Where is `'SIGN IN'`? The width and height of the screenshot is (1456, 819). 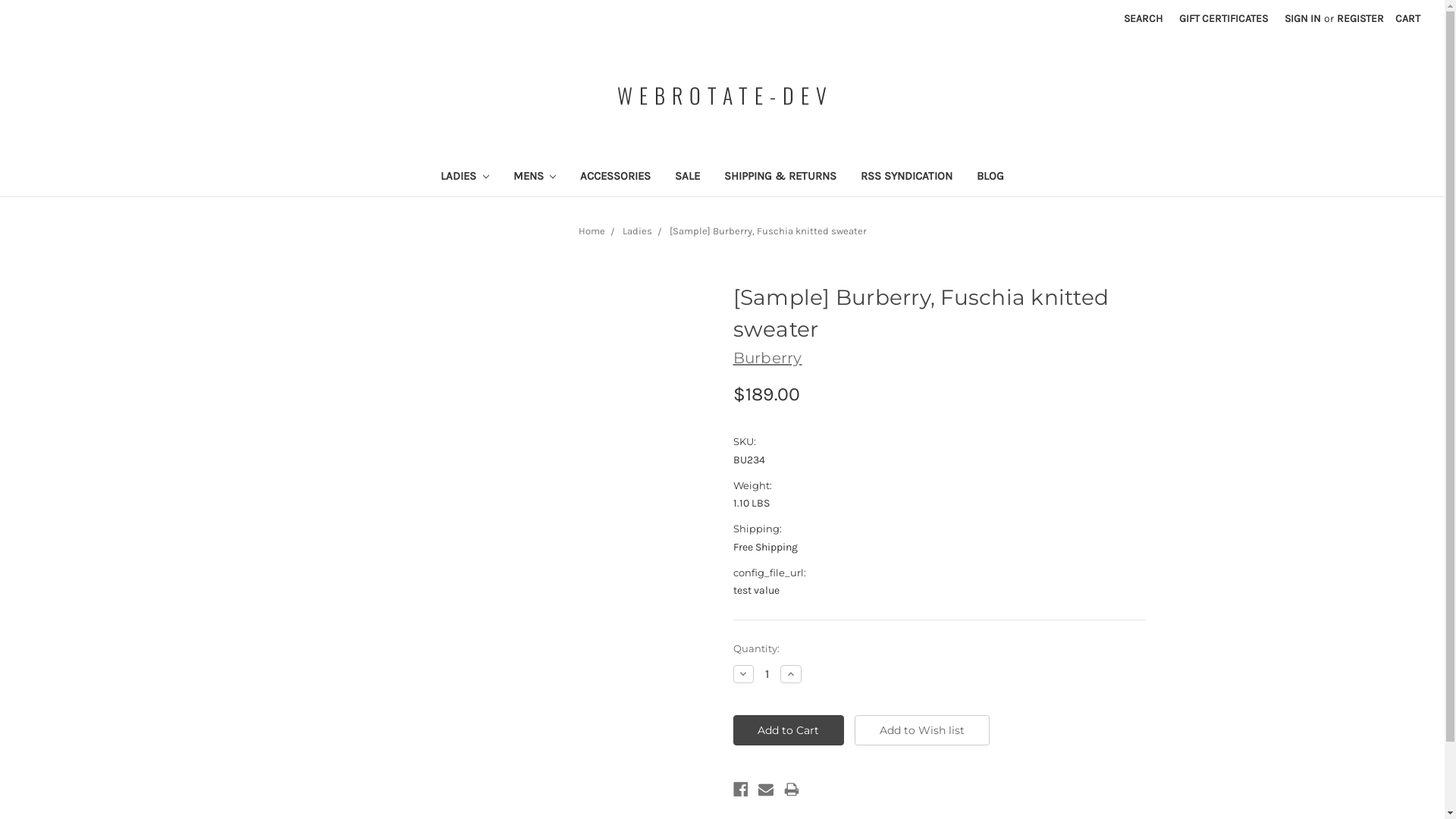 'SIGN IN' is located at coordinates (1302, 18).